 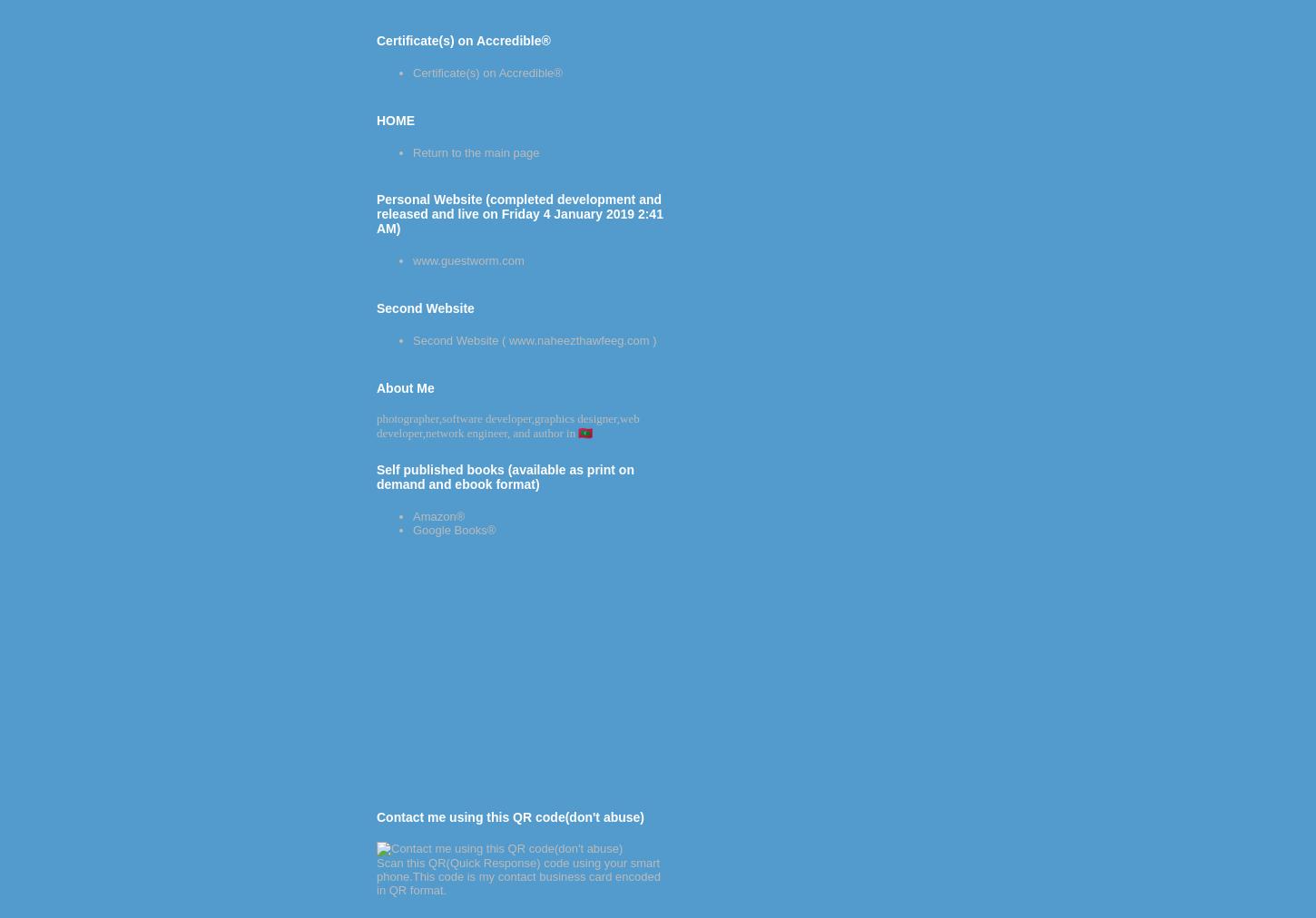 I want to click on 'photographer,software developer,graphics designer,web developer,network engineer, and author in 🇲🇻', so click(x=507, y=425).